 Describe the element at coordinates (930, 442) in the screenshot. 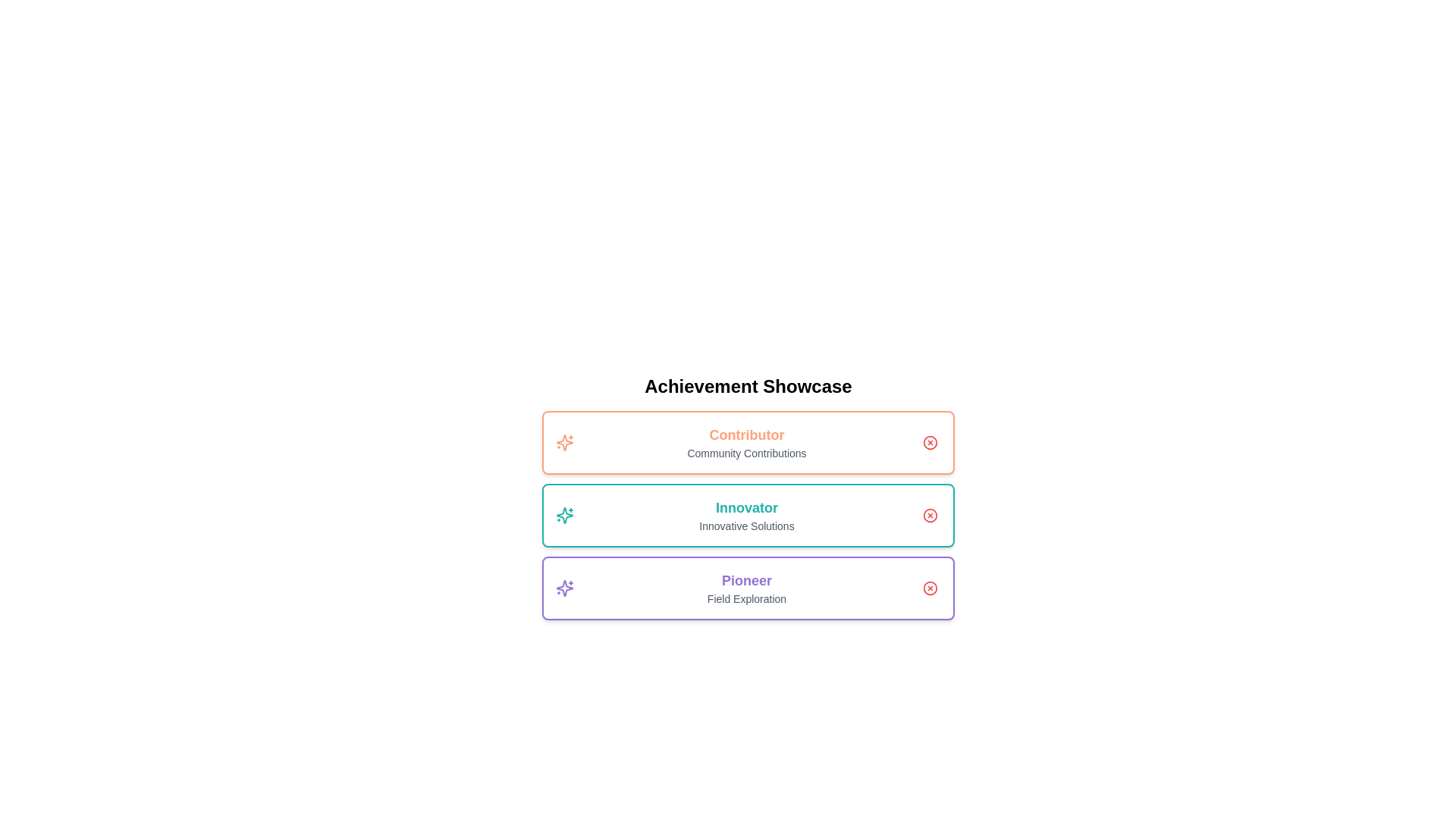

I see `close button to remove the Contributor achievement` at that location.